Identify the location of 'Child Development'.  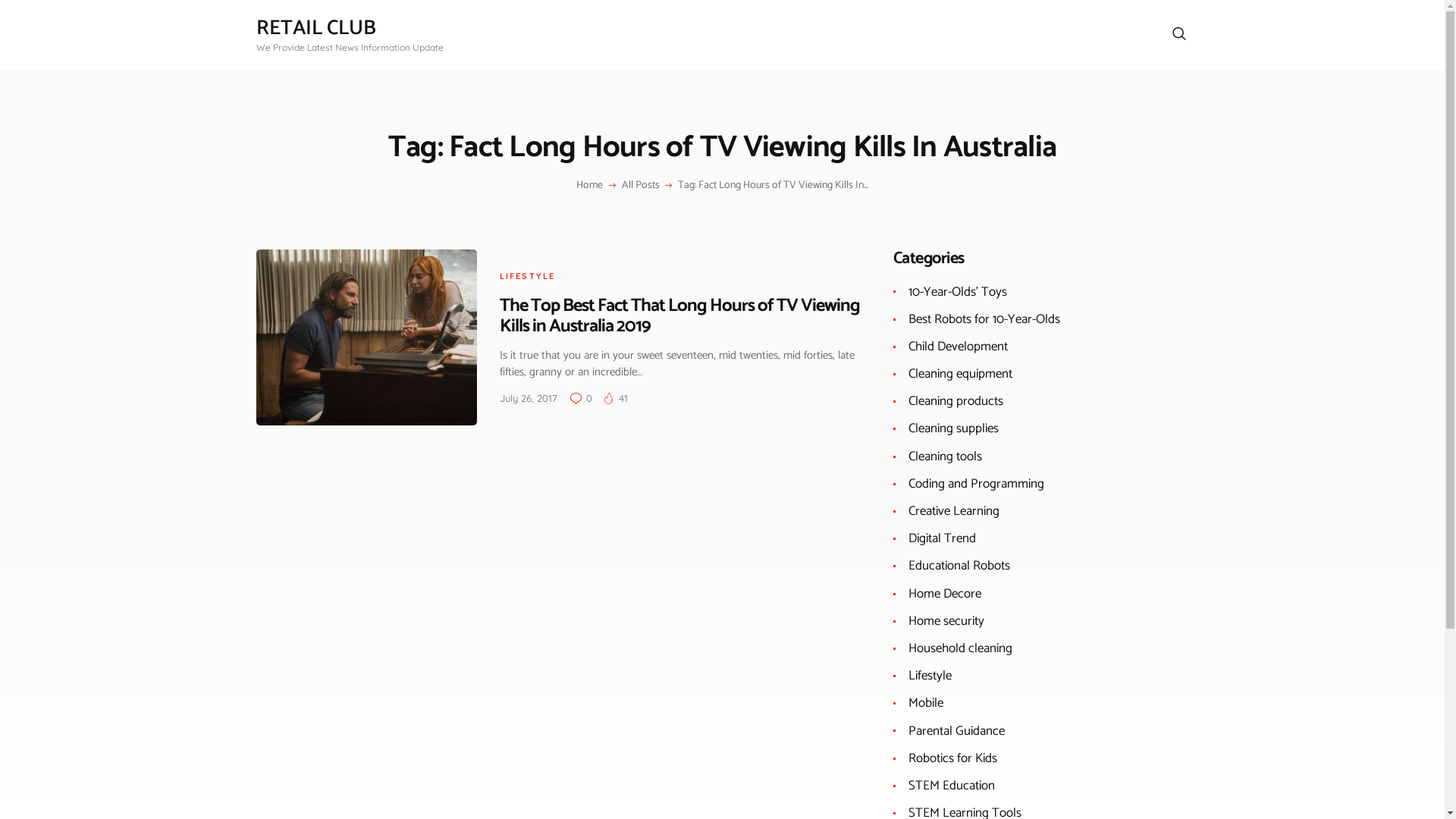
(908, 346).